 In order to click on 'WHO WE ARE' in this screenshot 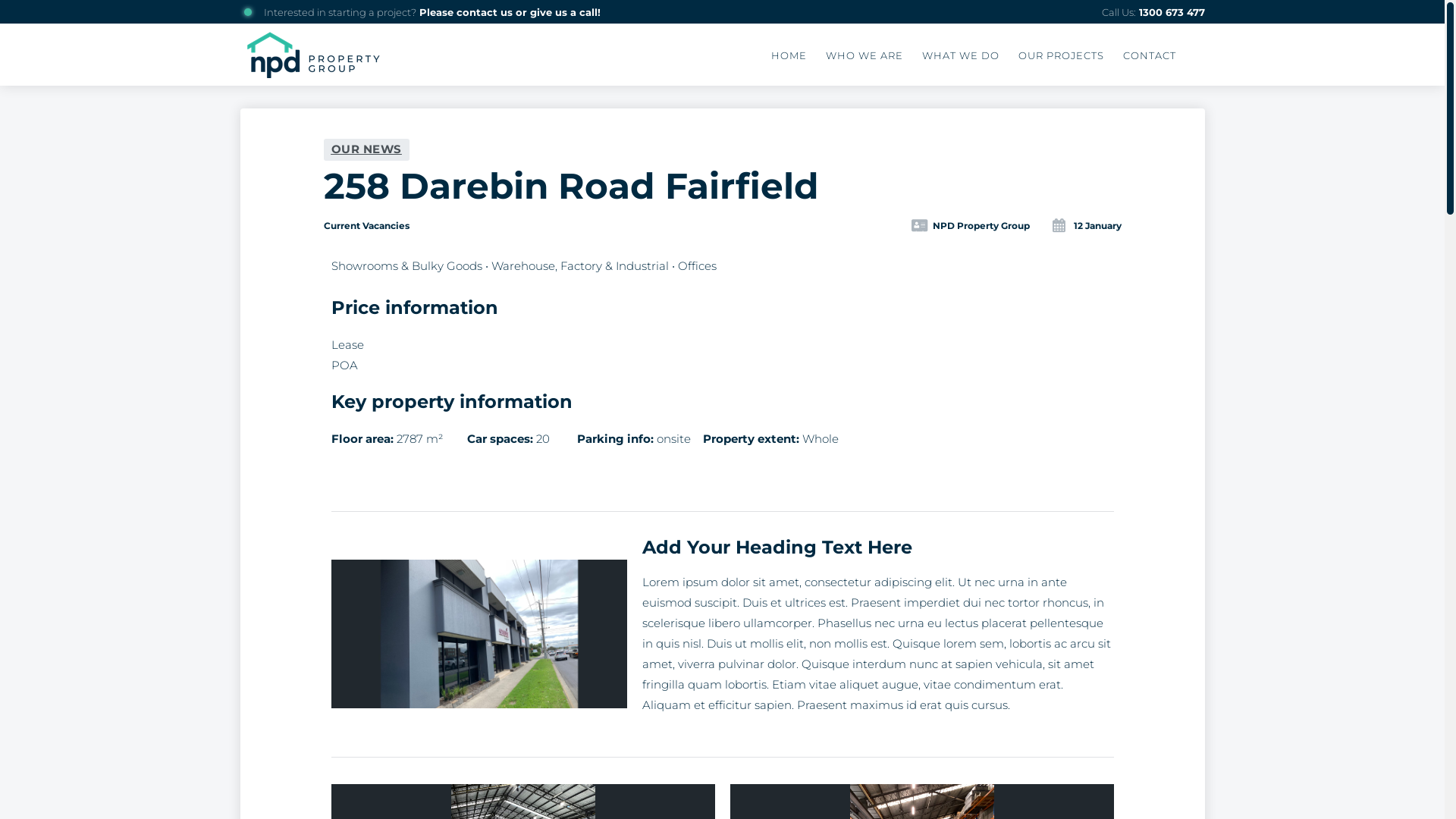, I will do `click(864, 55)`.